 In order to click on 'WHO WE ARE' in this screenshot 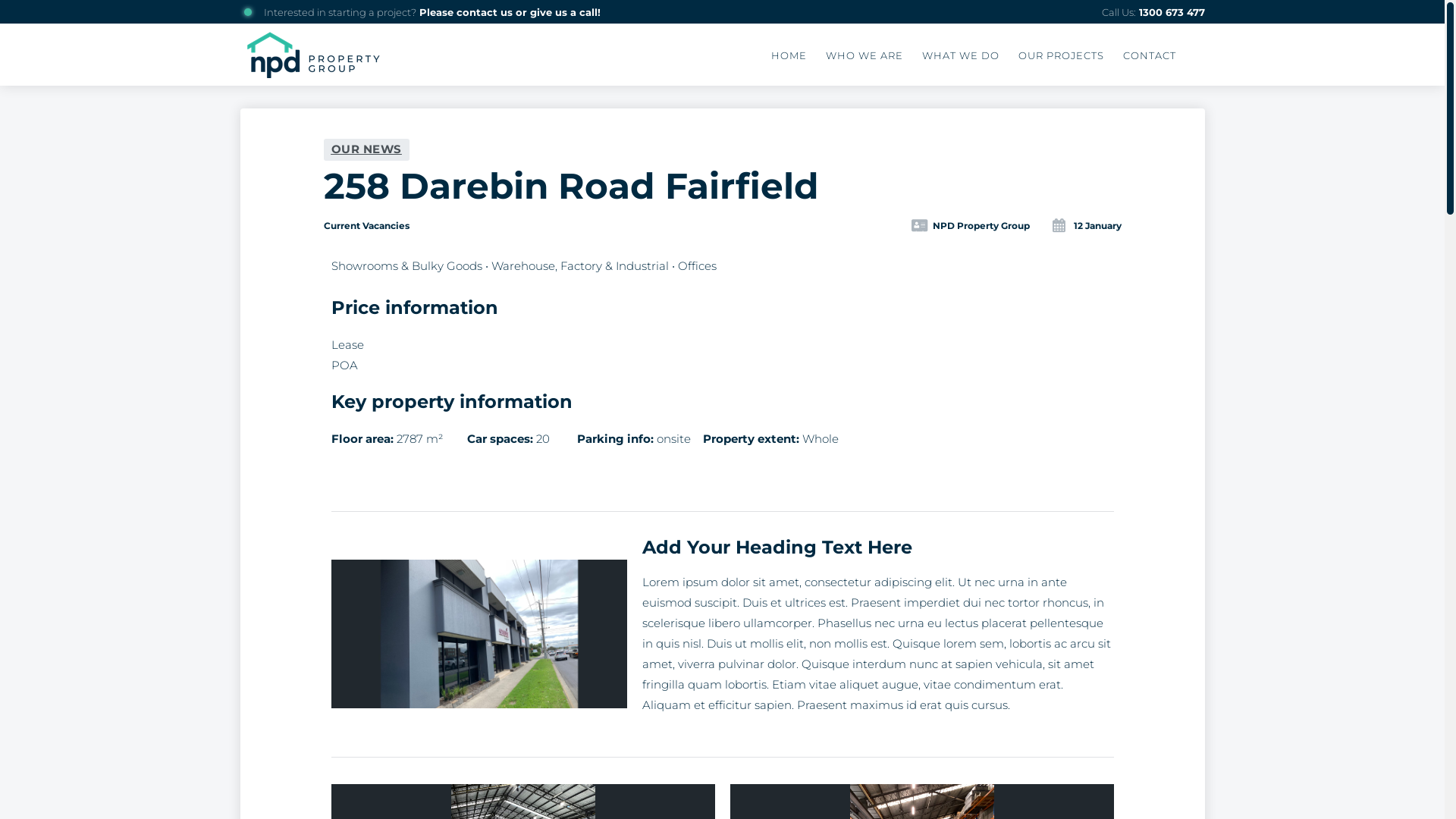, I will do `click(864, 55)`.